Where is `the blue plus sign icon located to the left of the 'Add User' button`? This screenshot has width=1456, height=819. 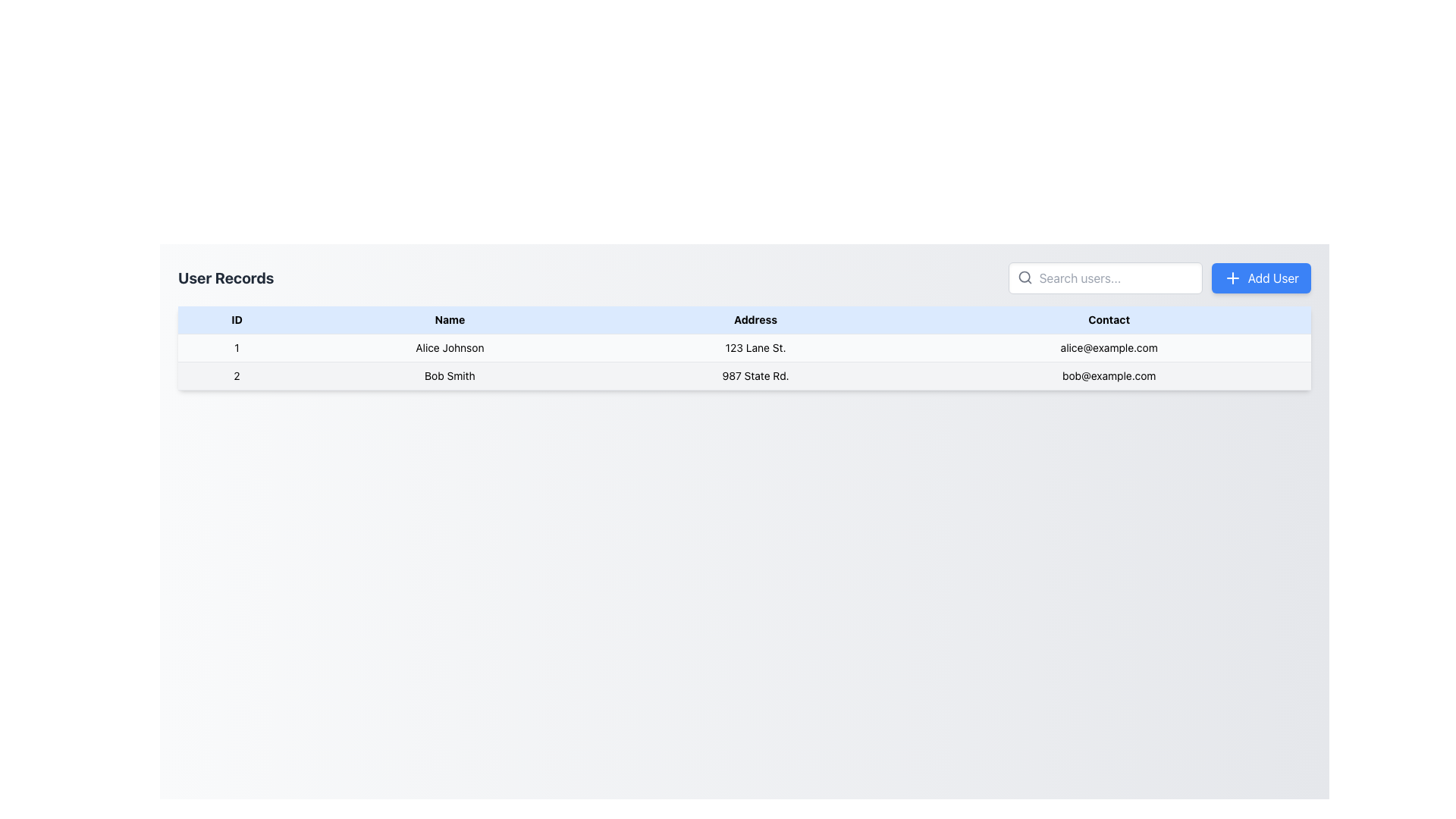
the blue plus sign icon located to the left of the 'Add User' button is located at coordinates (1232, 278).